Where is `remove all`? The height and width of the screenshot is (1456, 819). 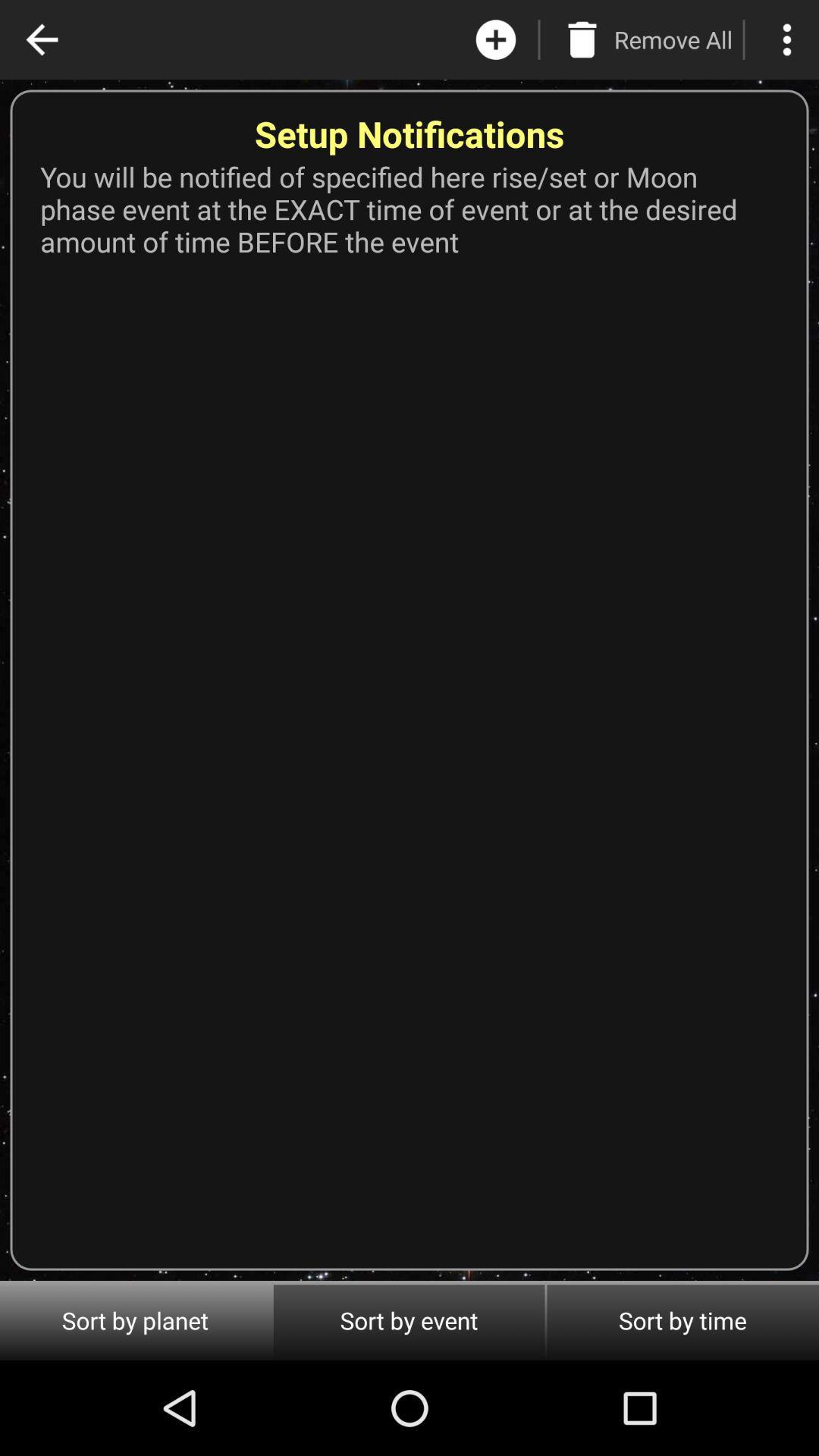 remove all is located at coordinates (581, 39).